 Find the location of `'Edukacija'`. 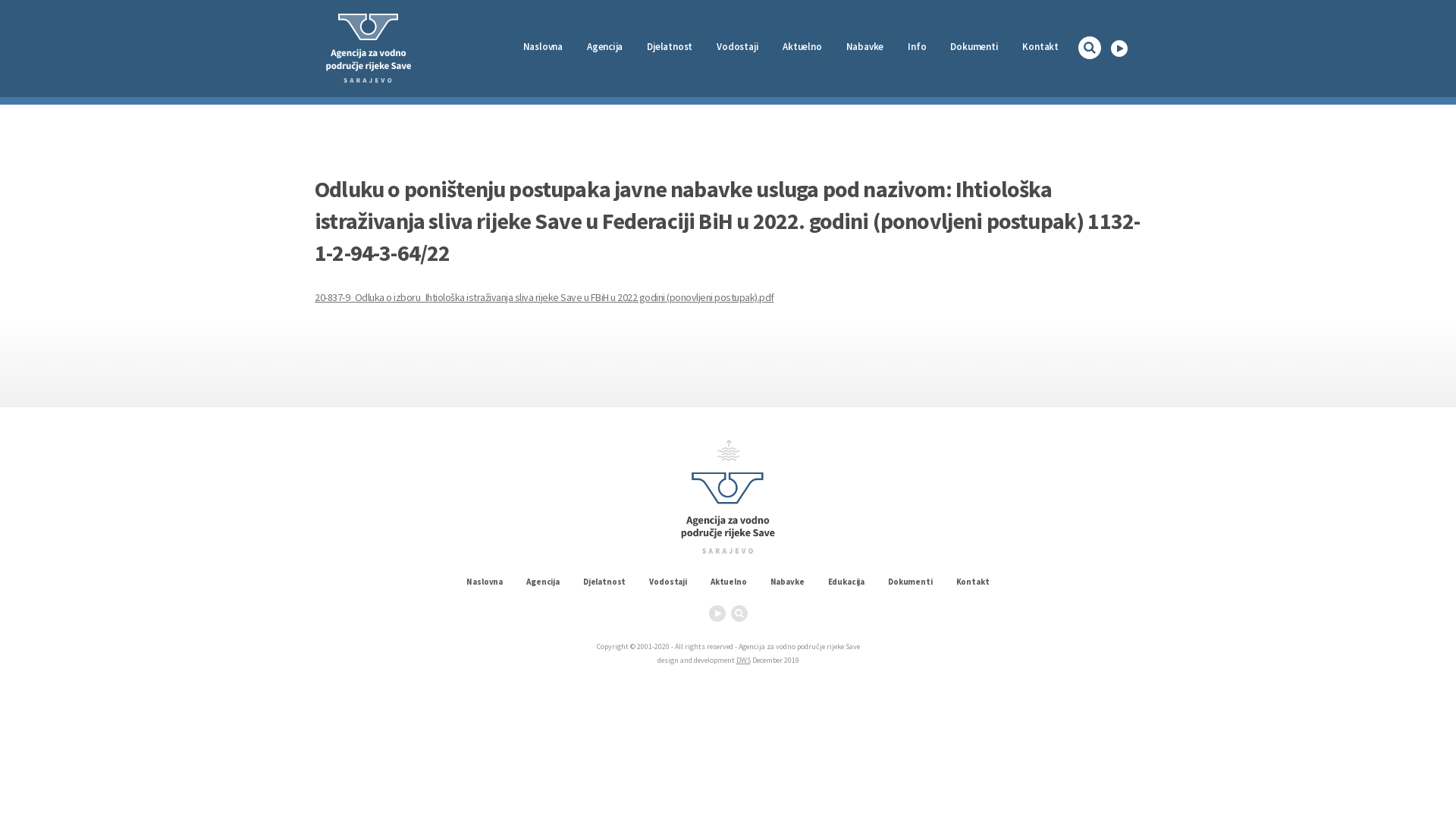

'Edukacija' is located at coordinates (846, 581).